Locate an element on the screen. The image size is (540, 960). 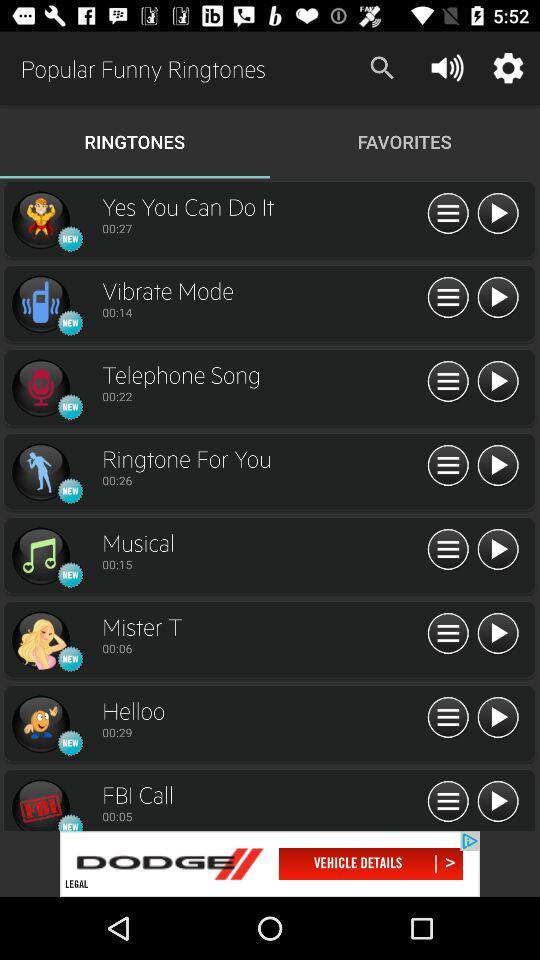
get the ringtone is located at coordinates (40, 639).